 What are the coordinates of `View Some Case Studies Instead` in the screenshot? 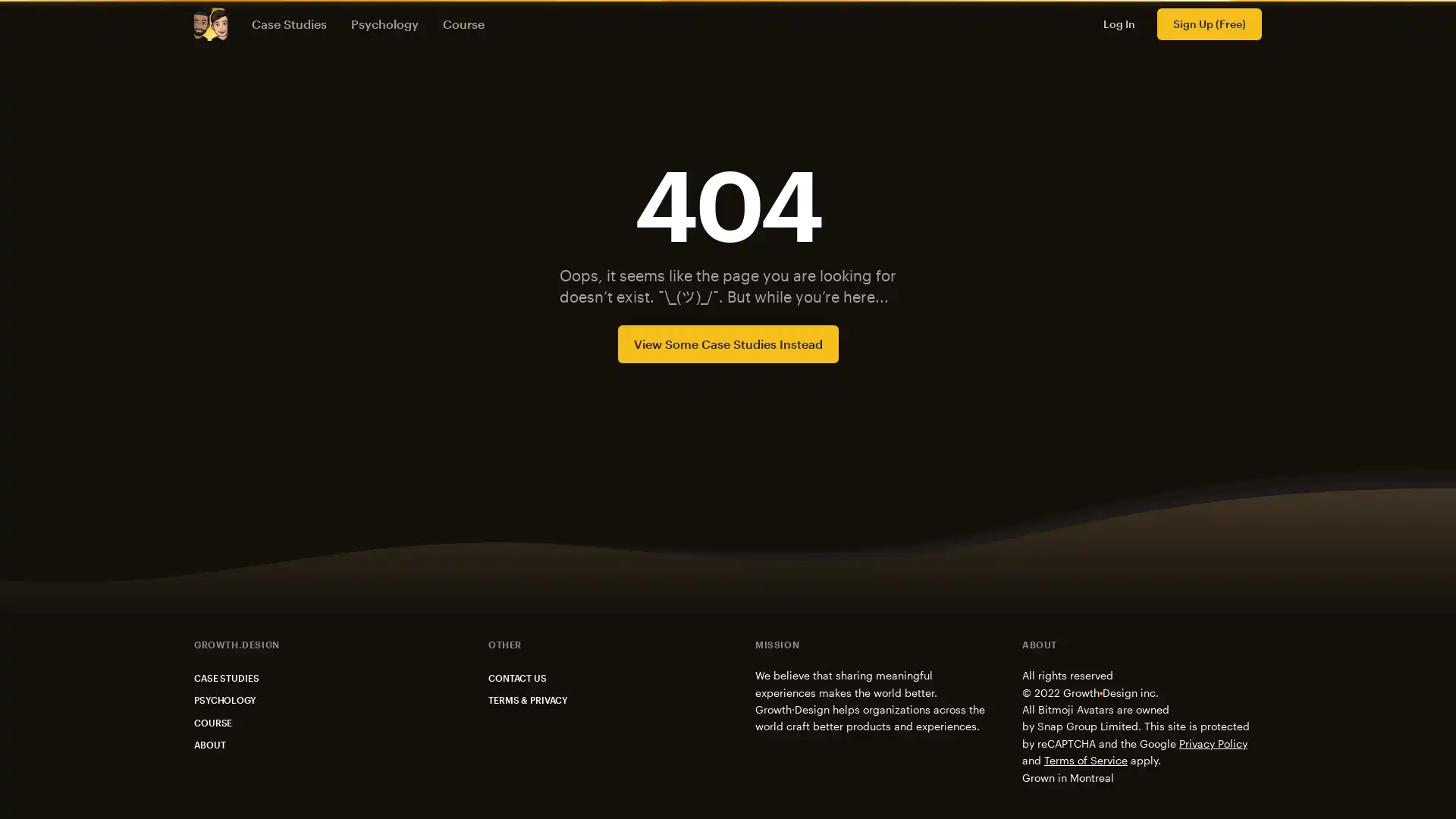 It's located at (726, 343).